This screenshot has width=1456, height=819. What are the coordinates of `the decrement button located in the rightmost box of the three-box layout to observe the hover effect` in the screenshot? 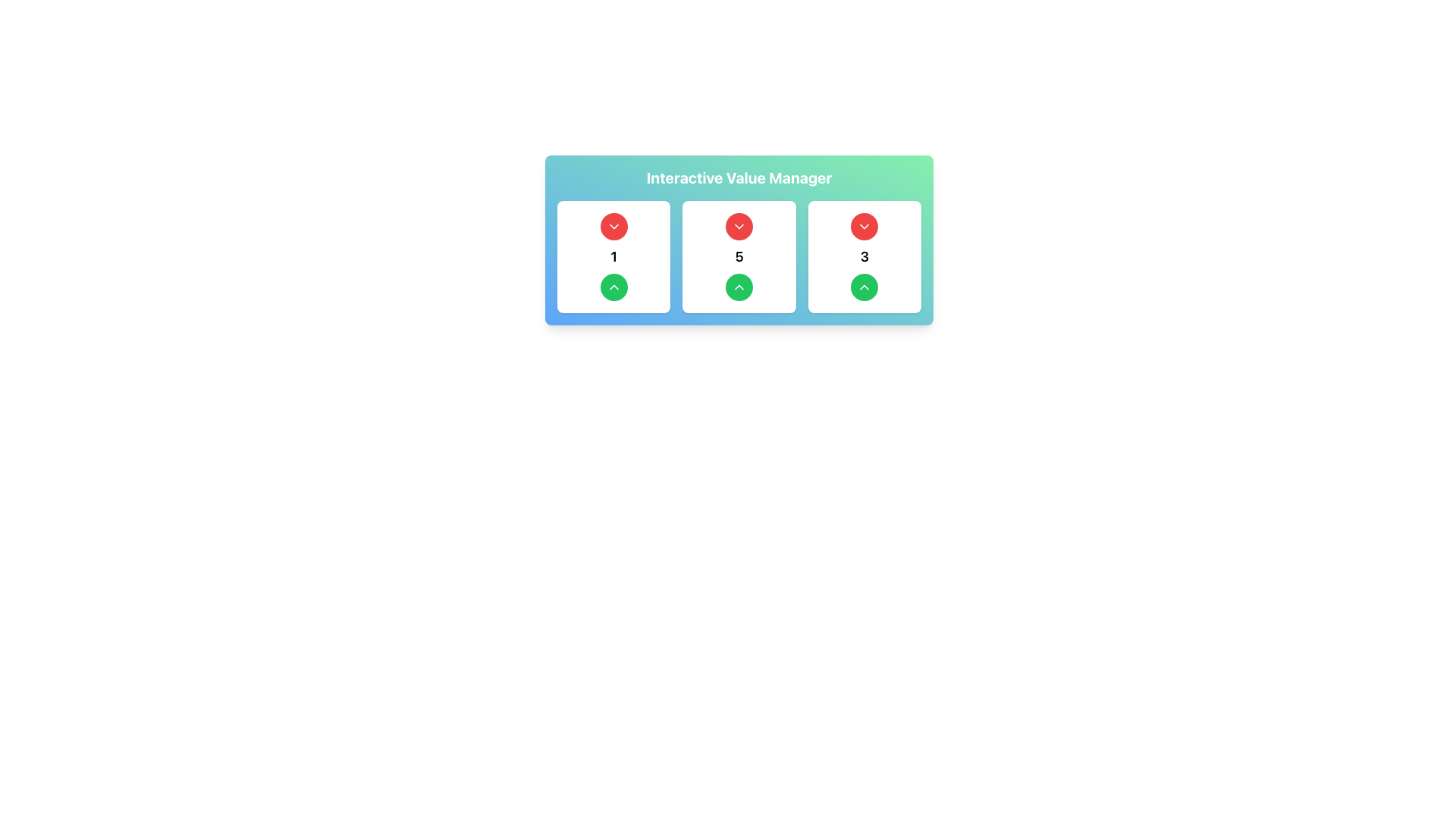 It's located at (864, 227).